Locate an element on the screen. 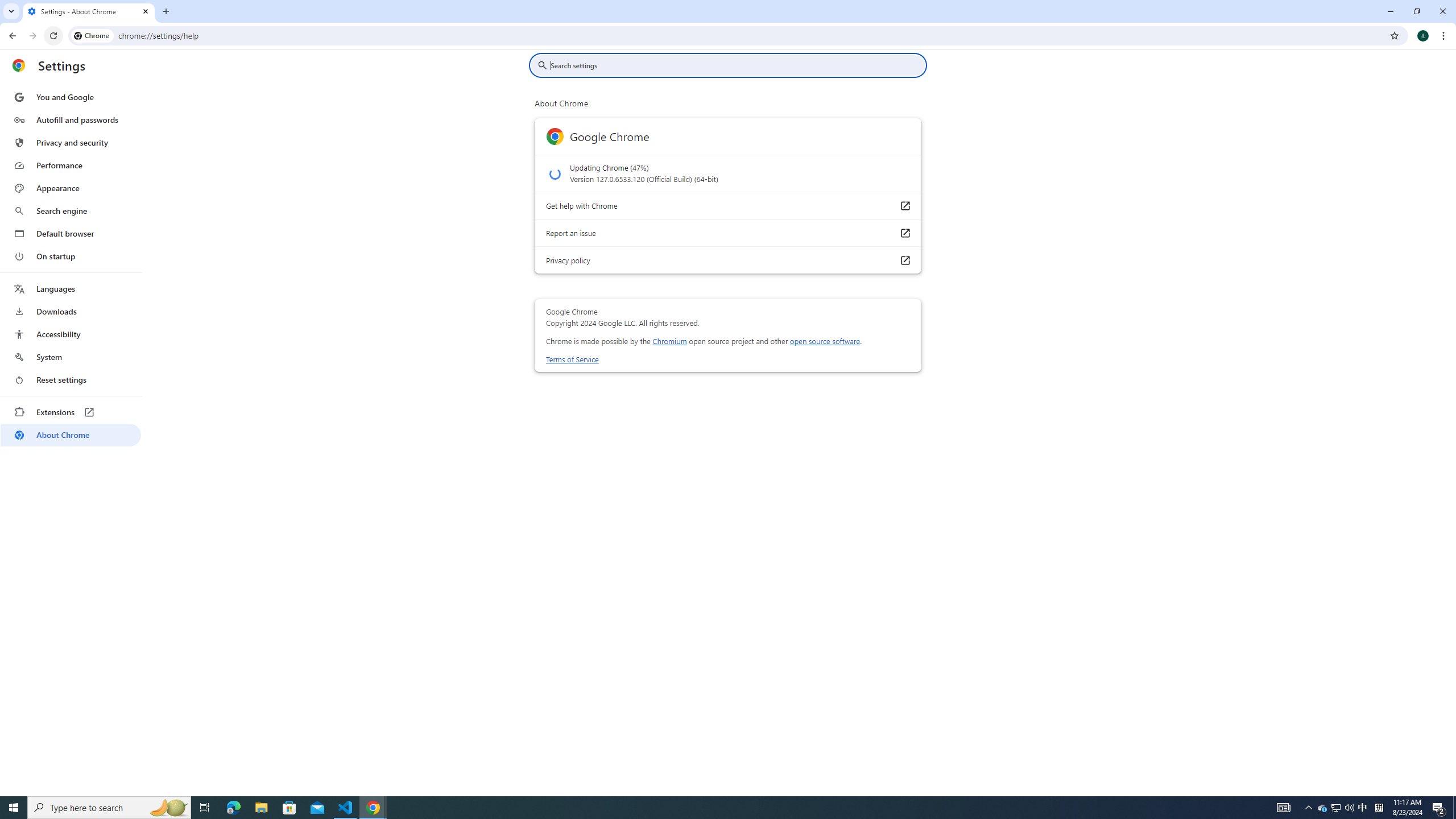  'Accessibility' is located at coordinates (70, 333).